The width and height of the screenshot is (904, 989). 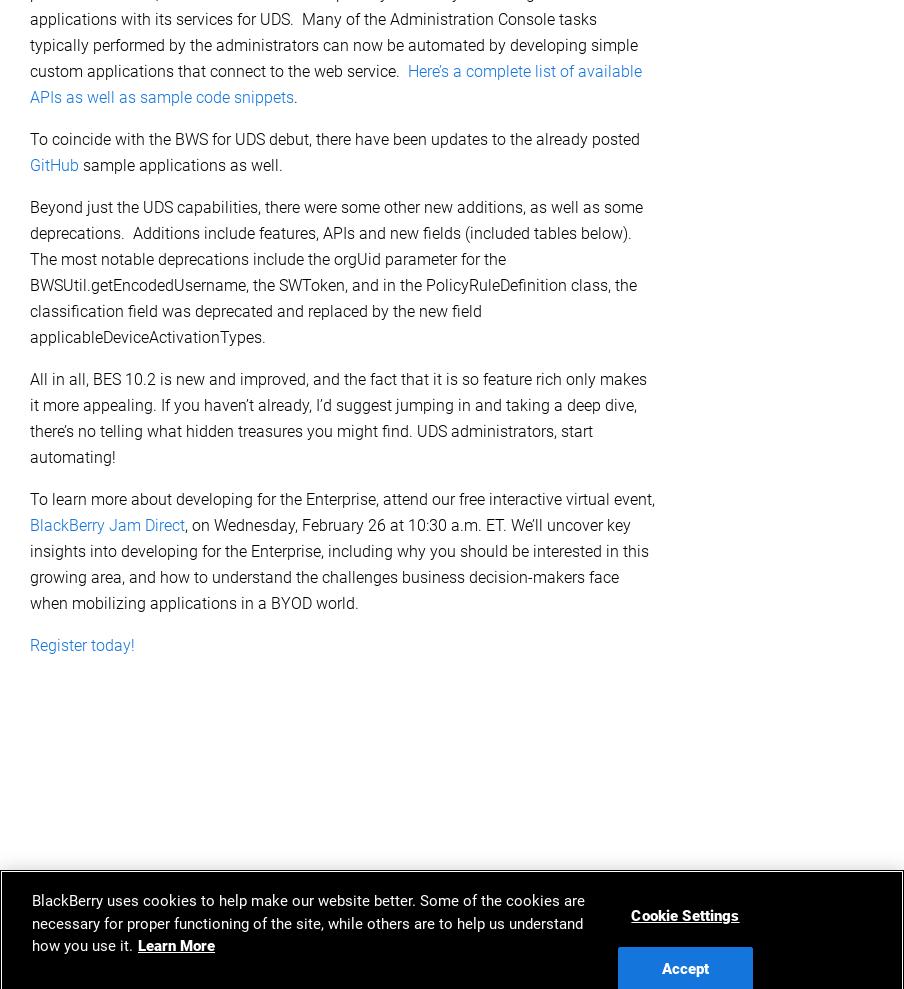 What do you see at coordinates (107, 524) in the screenshot?
I see `'BlackBerry Jam Direct'` at bounding box center [107, 524].